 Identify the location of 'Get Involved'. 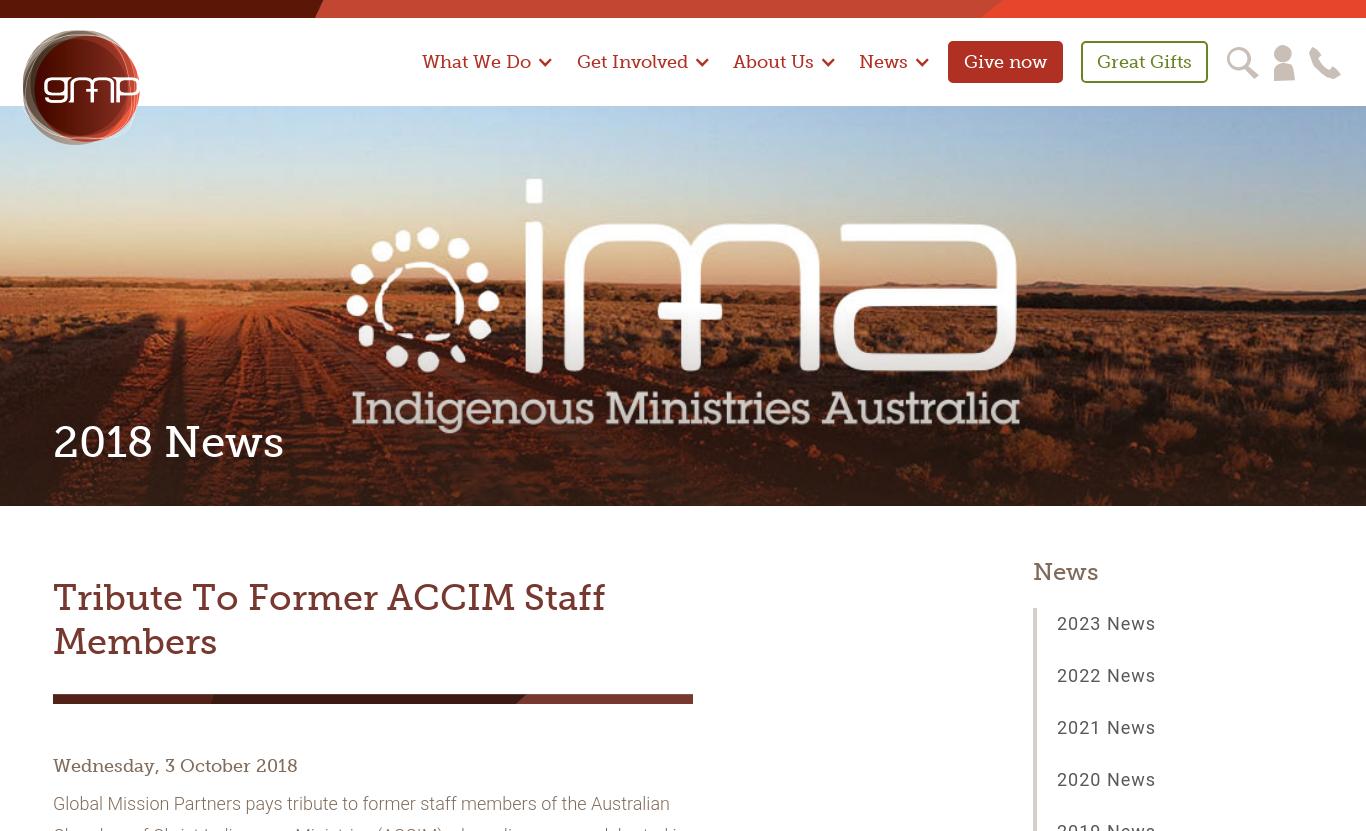
(630, 60).